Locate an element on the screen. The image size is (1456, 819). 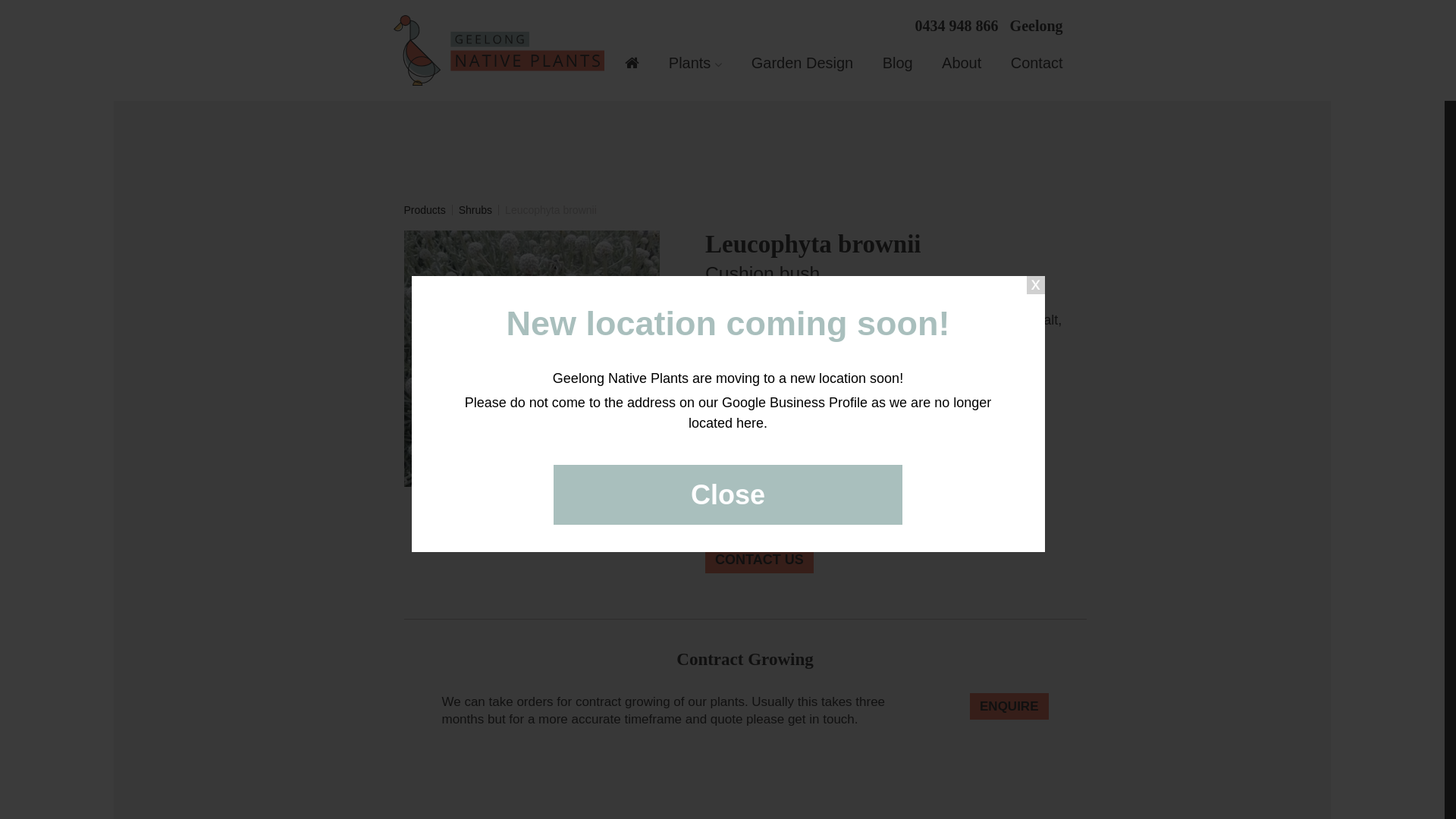
'Products' is located at coordinates (424, 210).